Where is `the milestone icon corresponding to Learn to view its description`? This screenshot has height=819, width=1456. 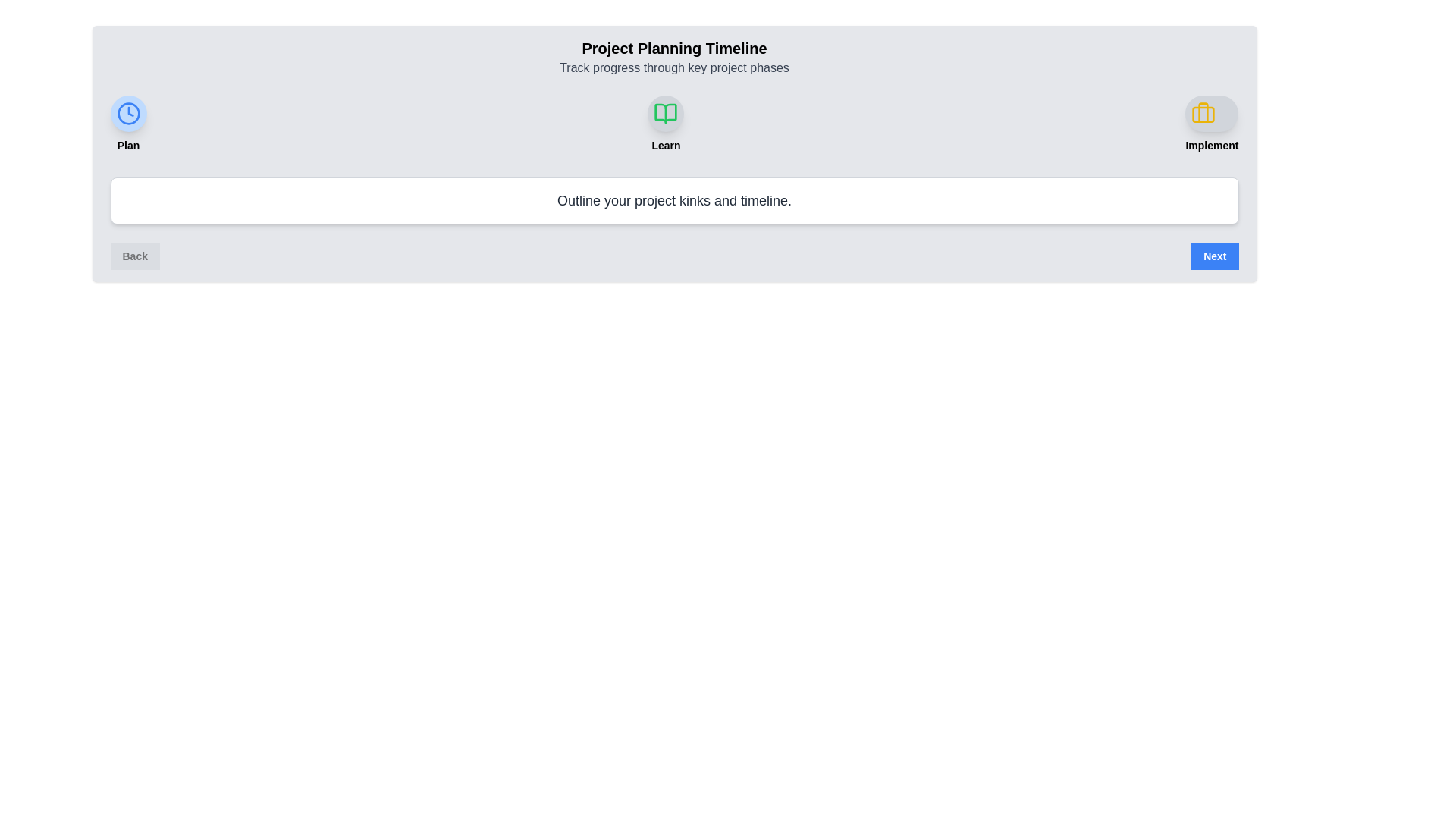
the milestone icon corresponding to Learn to view its description is located at coordinates (666, 113).